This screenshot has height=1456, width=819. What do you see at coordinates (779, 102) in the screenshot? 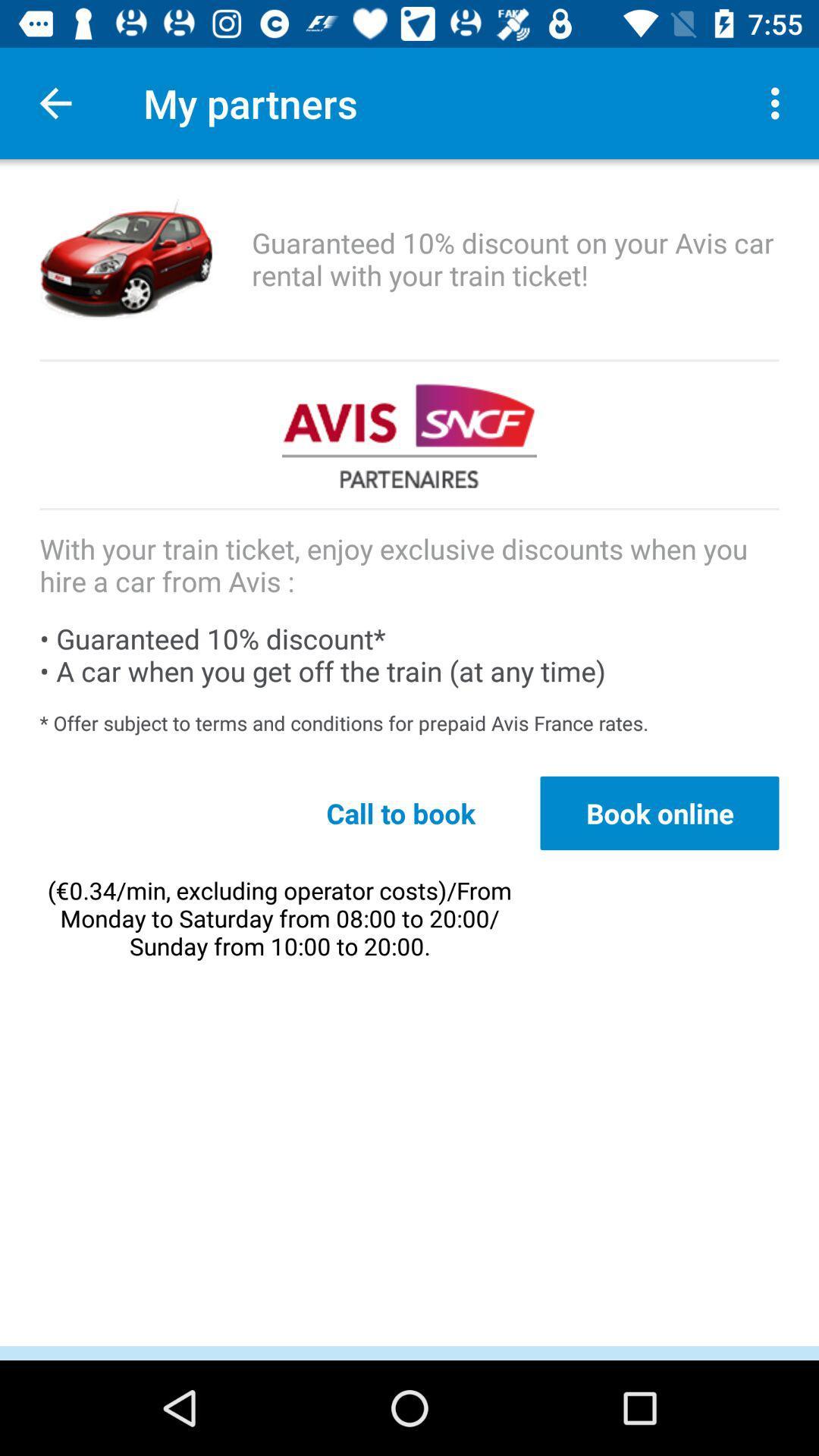
I see `icon next to my partners item` at bounding box center [779, 102].